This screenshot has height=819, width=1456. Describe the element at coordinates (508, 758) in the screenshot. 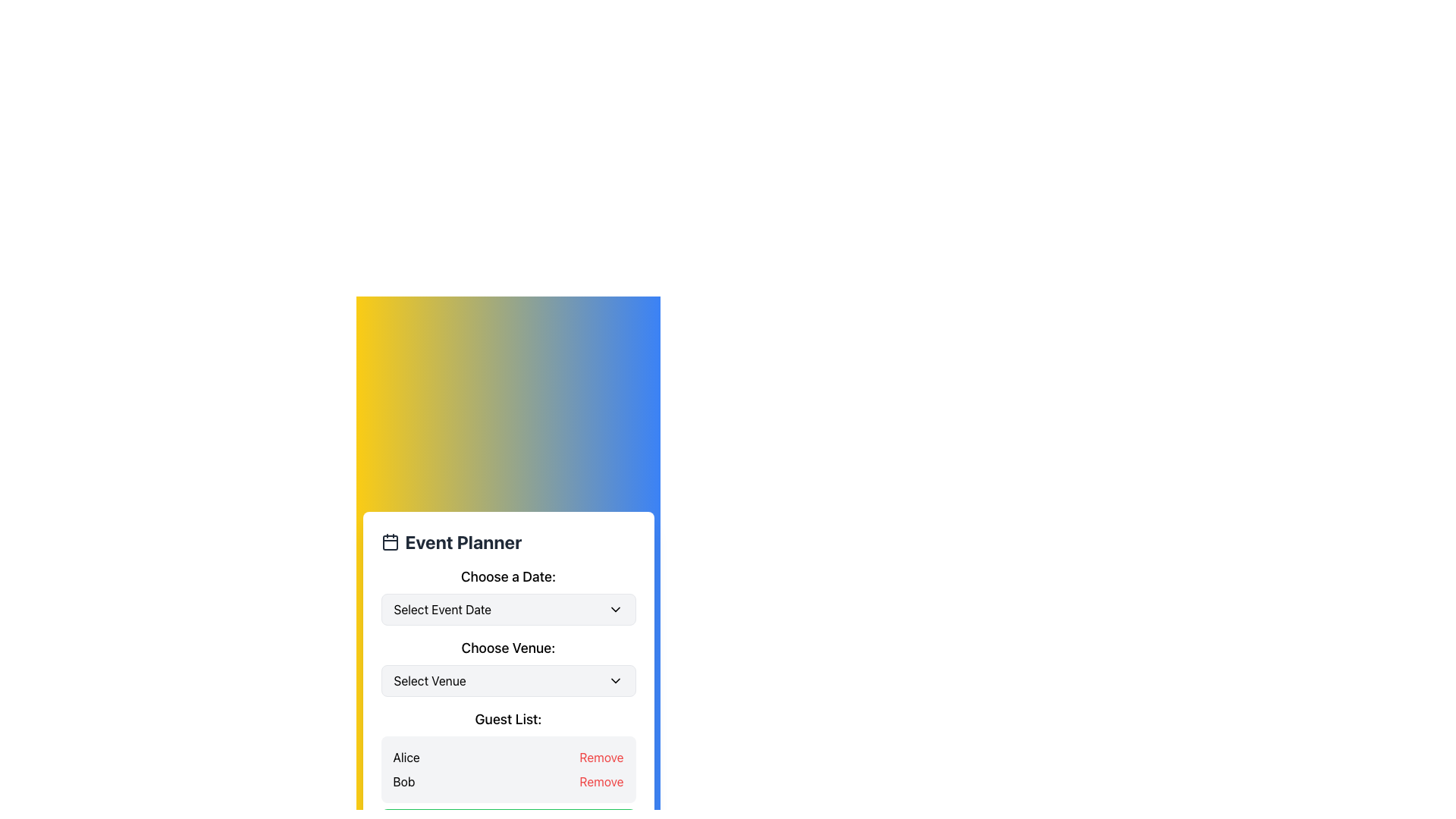

I see `the 'Remove' button for the first entry, 'Alice', in the 'Guest List' section` at that location.